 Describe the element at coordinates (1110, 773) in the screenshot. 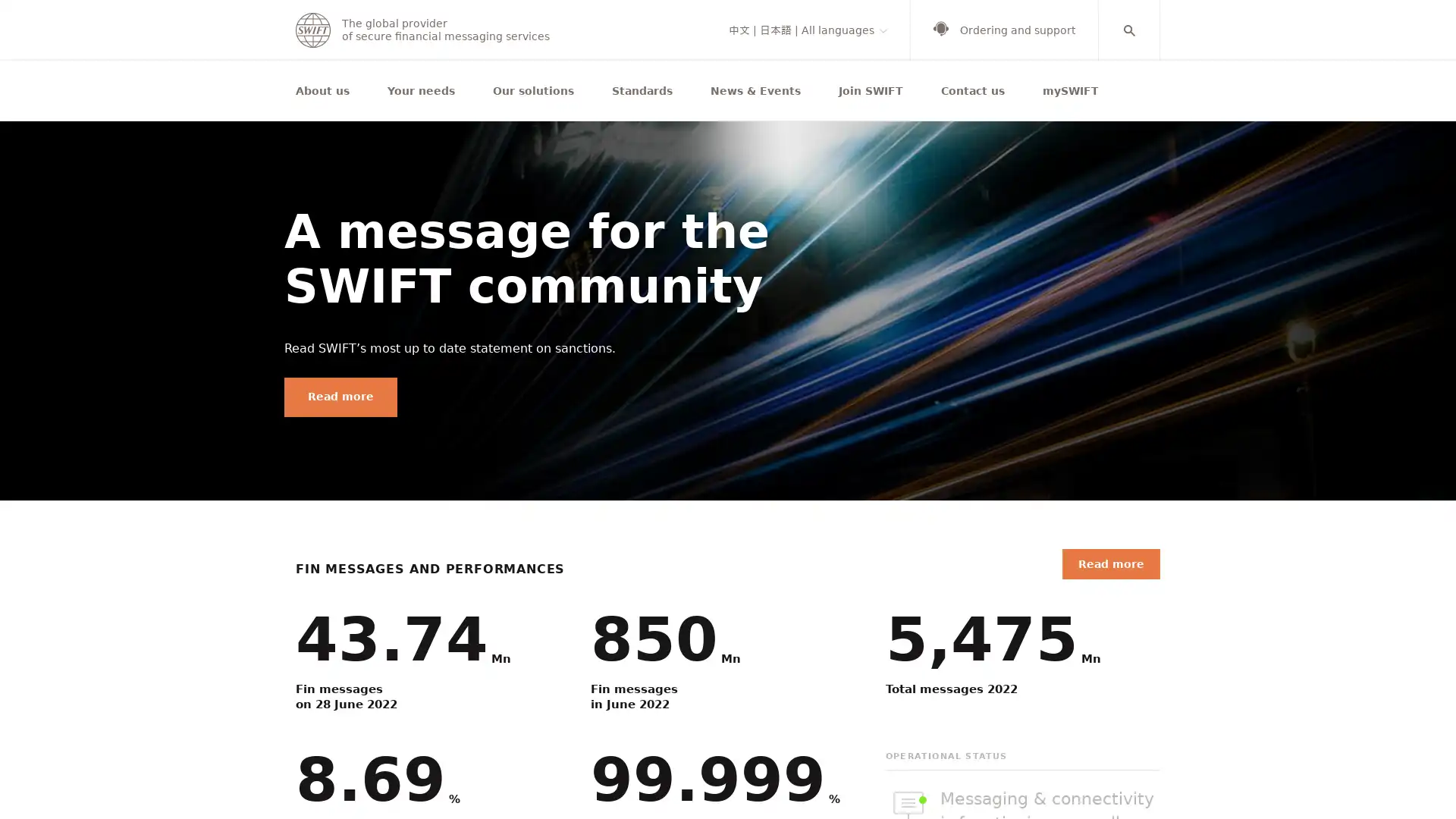

I see `Reject All` at that location.